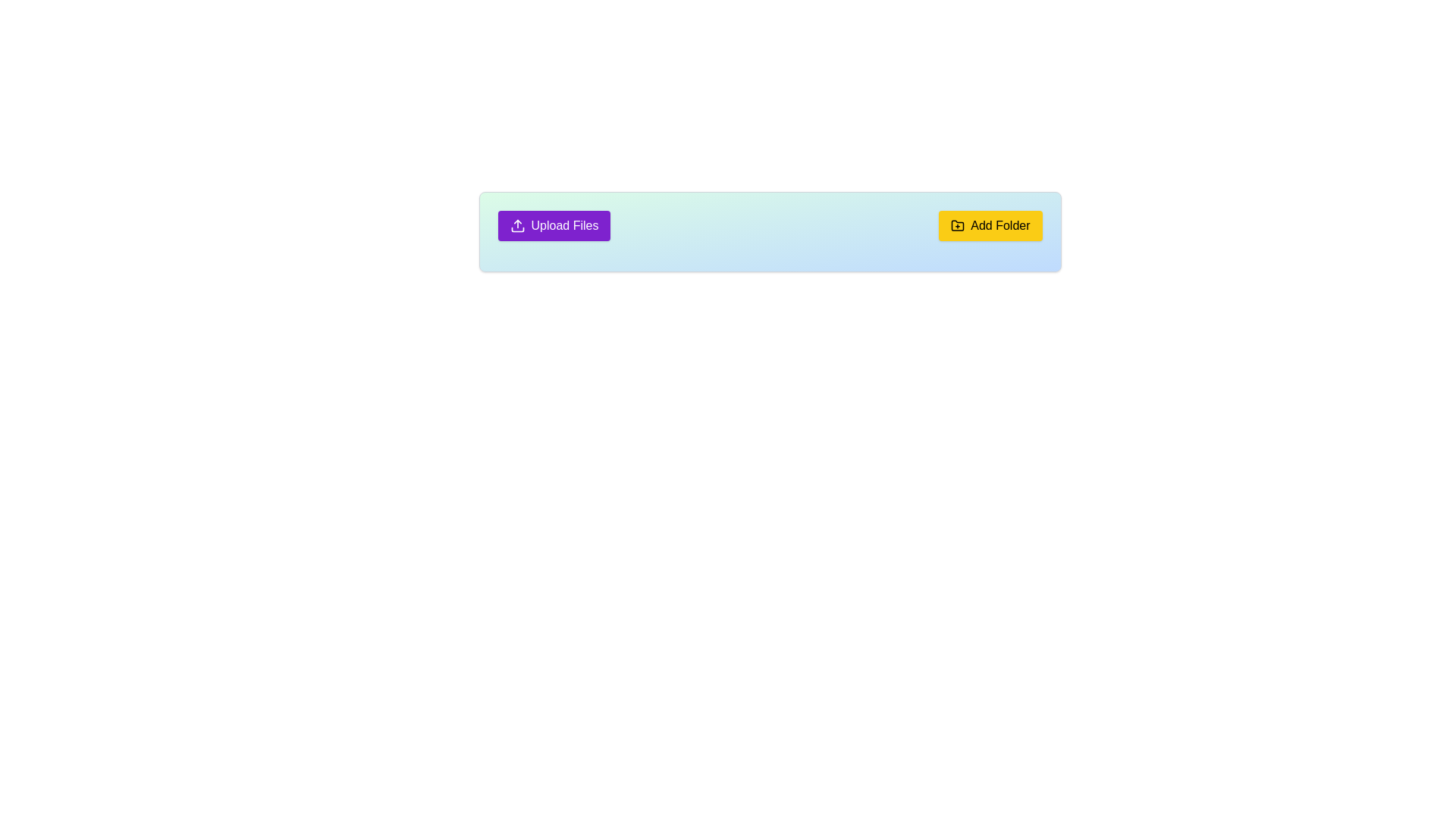 This screenshot has width=1456, height=819. What do you see at coordinates (957, 225) in the screenshot?
I see `the small folder icon with an addition symbol, located inside the yellow 'Add Folder' button on the right side of the colorful panel` at bounding box center [957, 225].